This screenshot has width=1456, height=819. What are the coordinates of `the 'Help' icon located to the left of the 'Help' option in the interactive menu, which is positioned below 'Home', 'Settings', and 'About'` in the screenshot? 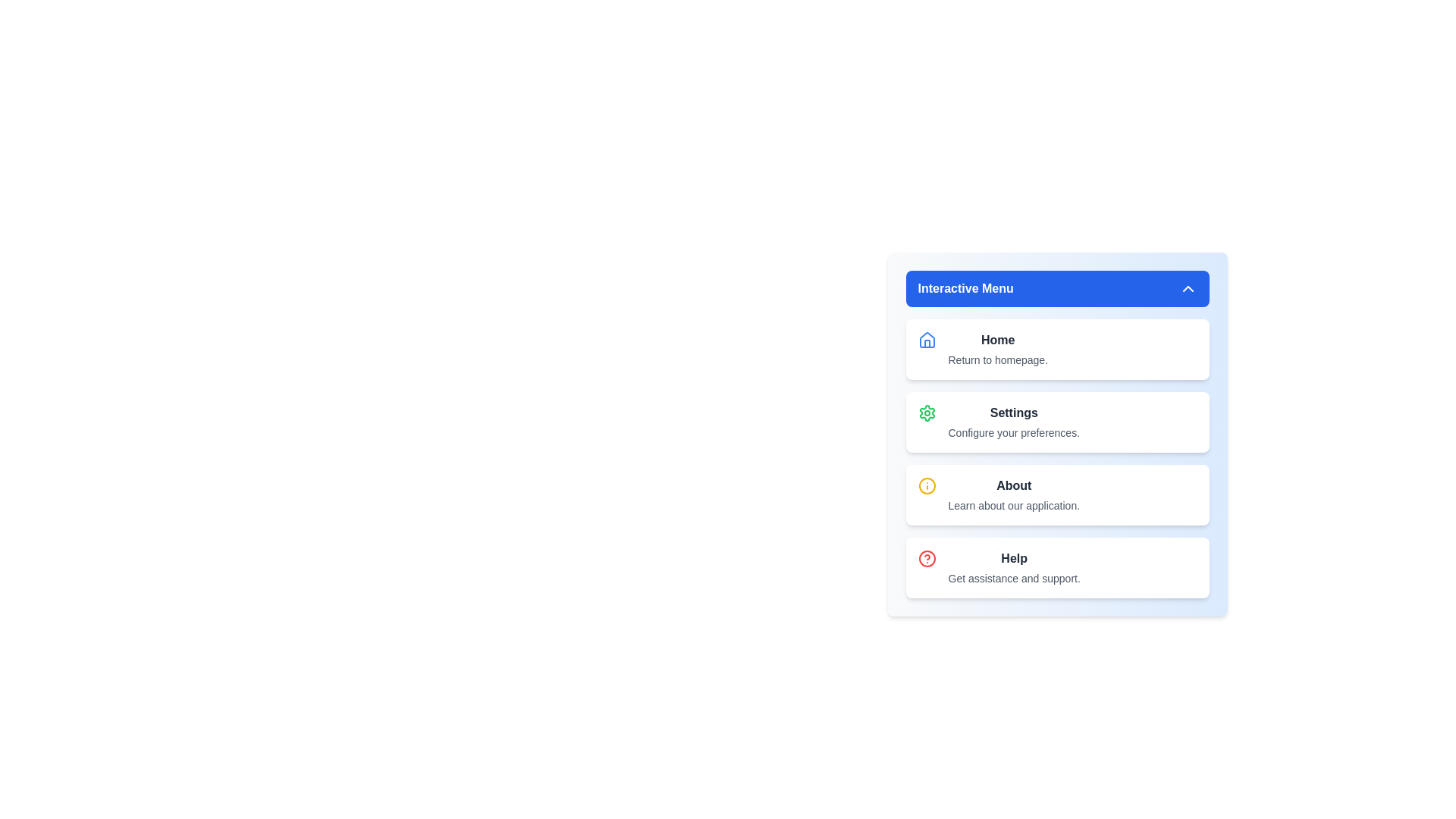 It's located at (926, 558).